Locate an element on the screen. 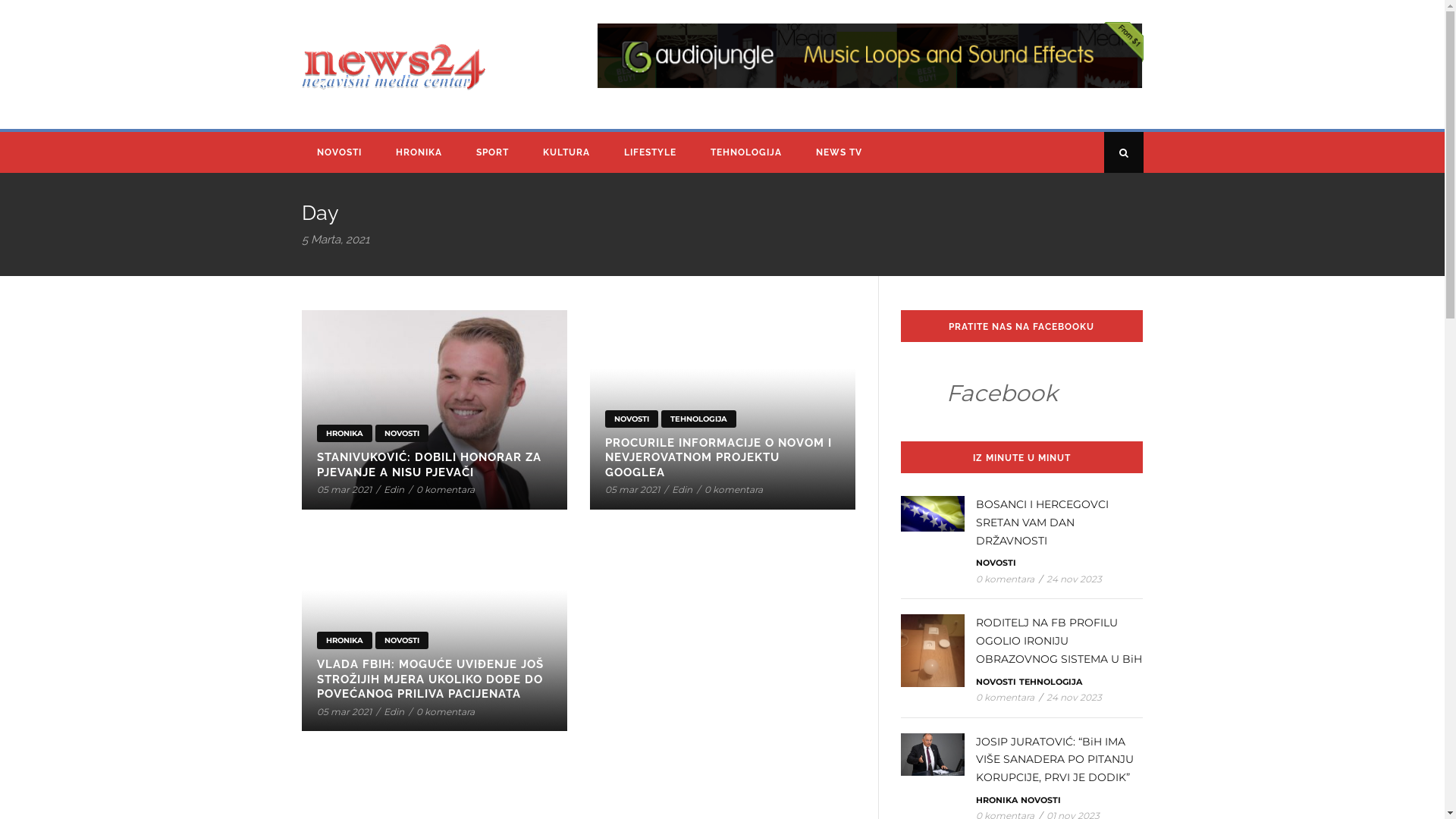  'SPORT' is located at coordinates (494, 152).